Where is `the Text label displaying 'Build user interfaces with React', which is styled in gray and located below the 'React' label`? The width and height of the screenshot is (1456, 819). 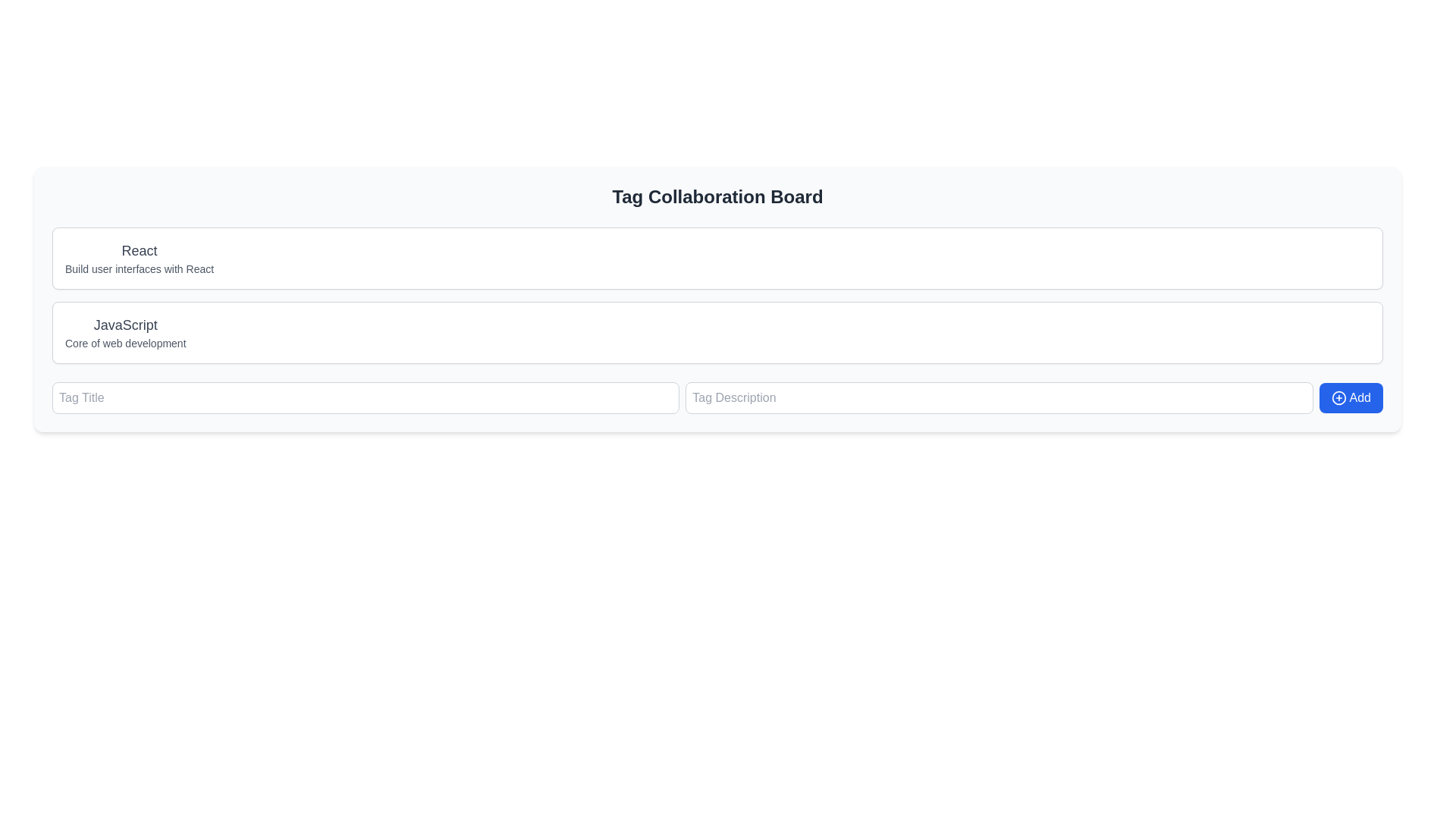
the Text label displaying 'Build user interfaces with React', which is styled in gray and located below the 'React' label is located at coordinates (140, 268).